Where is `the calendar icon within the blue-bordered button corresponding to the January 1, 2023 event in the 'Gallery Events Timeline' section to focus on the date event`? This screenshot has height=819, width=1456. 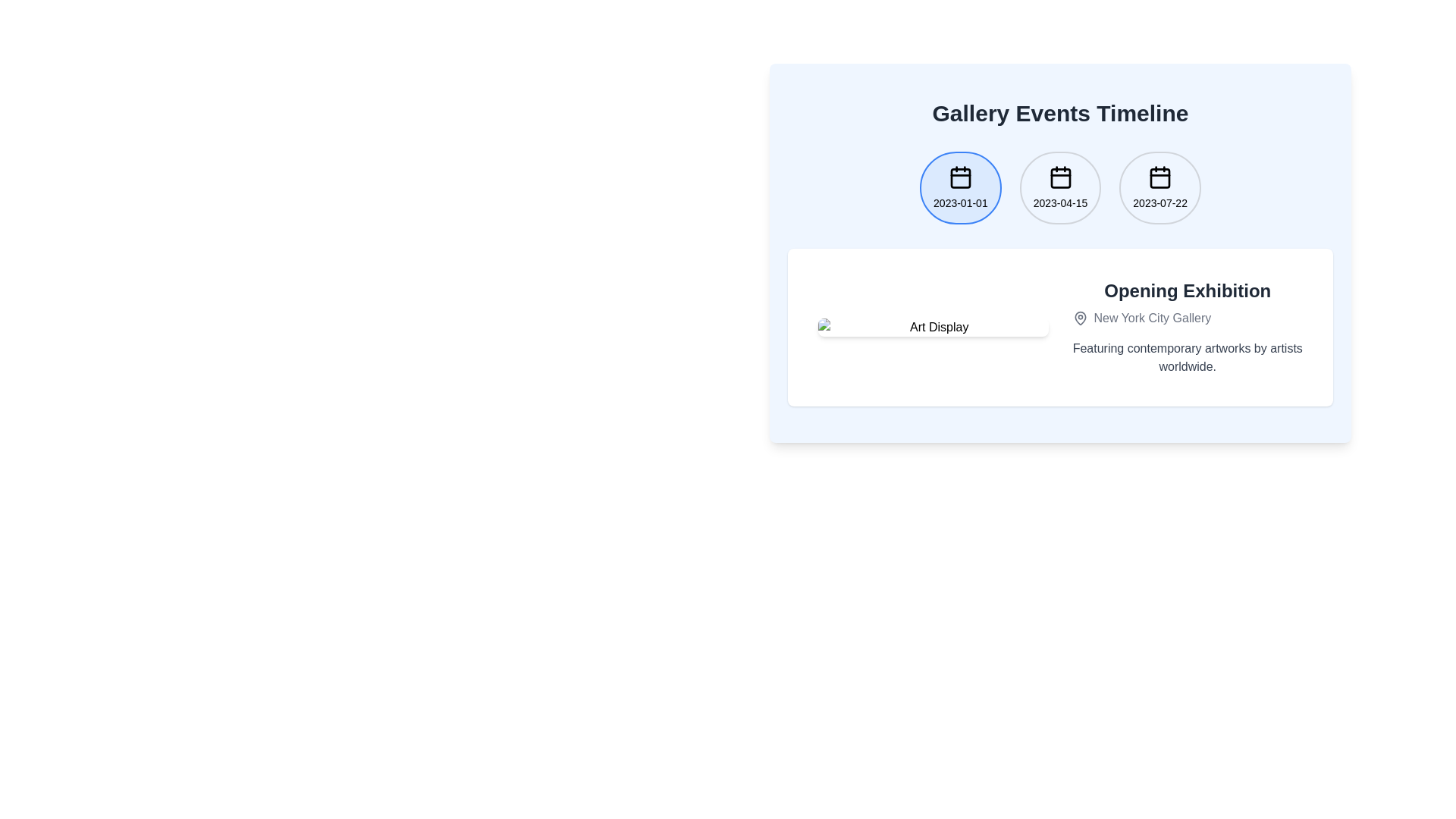
the calendar icon within the blue-bordered button corresponding to the January 1, 2023 event in the 'Gallery Events Timeline' section to focus on the date event is located at coordinates (959, 177).